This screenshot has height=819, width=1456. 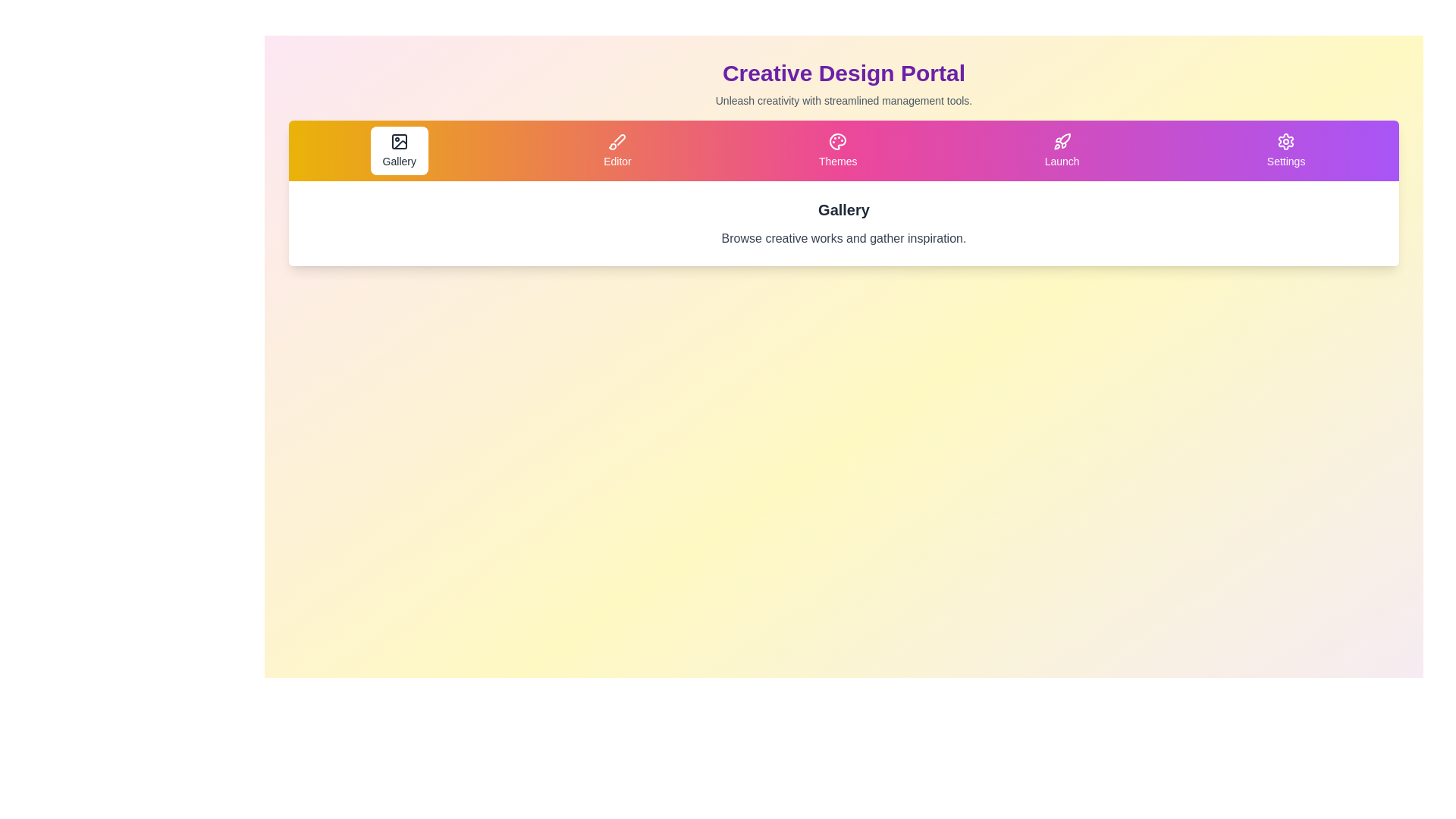 I want to click on the icon resembling a picture frame with a sun and mountain, located on the leftmost side of the navigation bar above the text 'Gallery', so click(x=399, y=141).